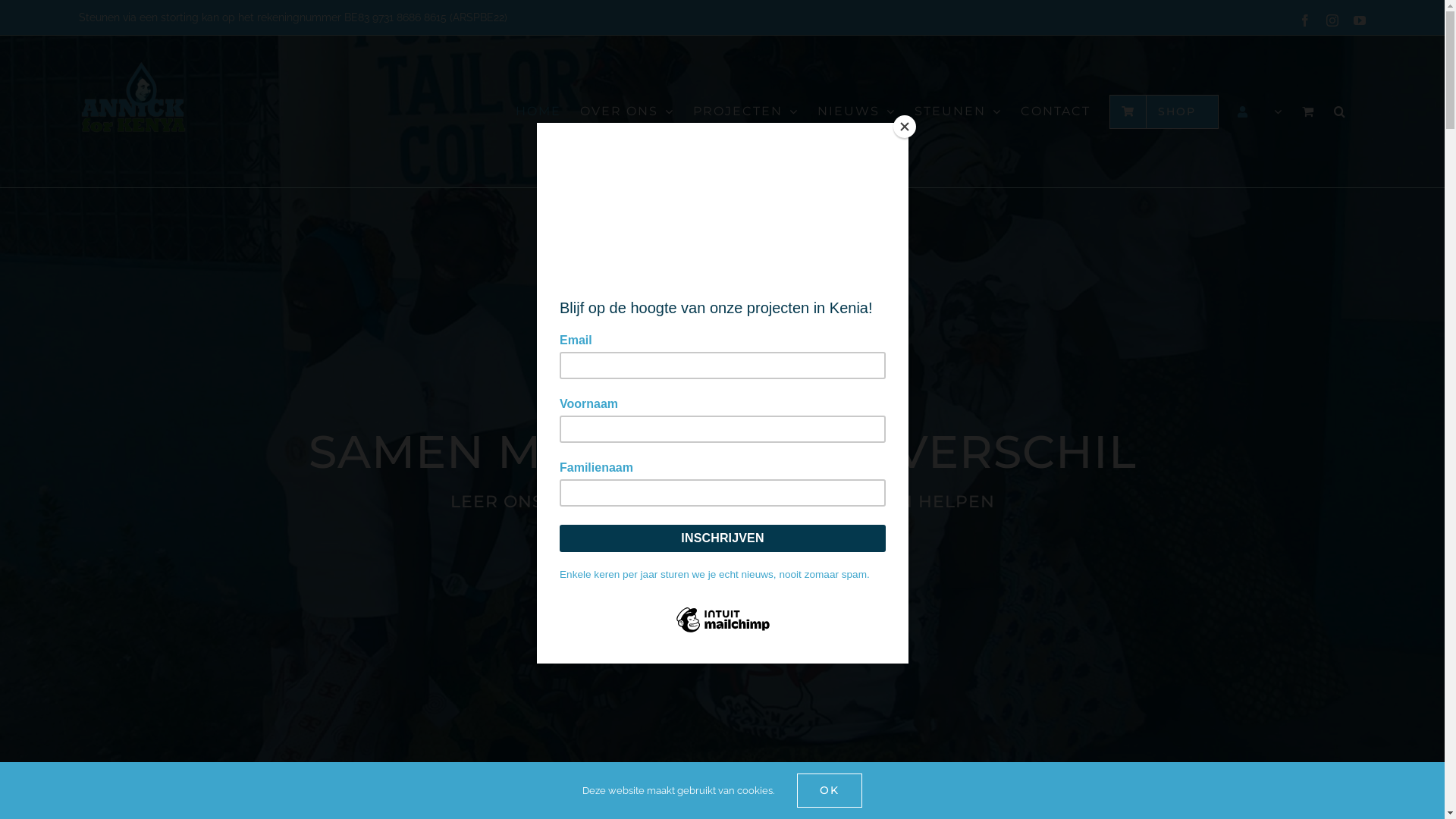  Describe the element at coordinates (538, 110) in the screenshot. I see `'HOME'` at that location.